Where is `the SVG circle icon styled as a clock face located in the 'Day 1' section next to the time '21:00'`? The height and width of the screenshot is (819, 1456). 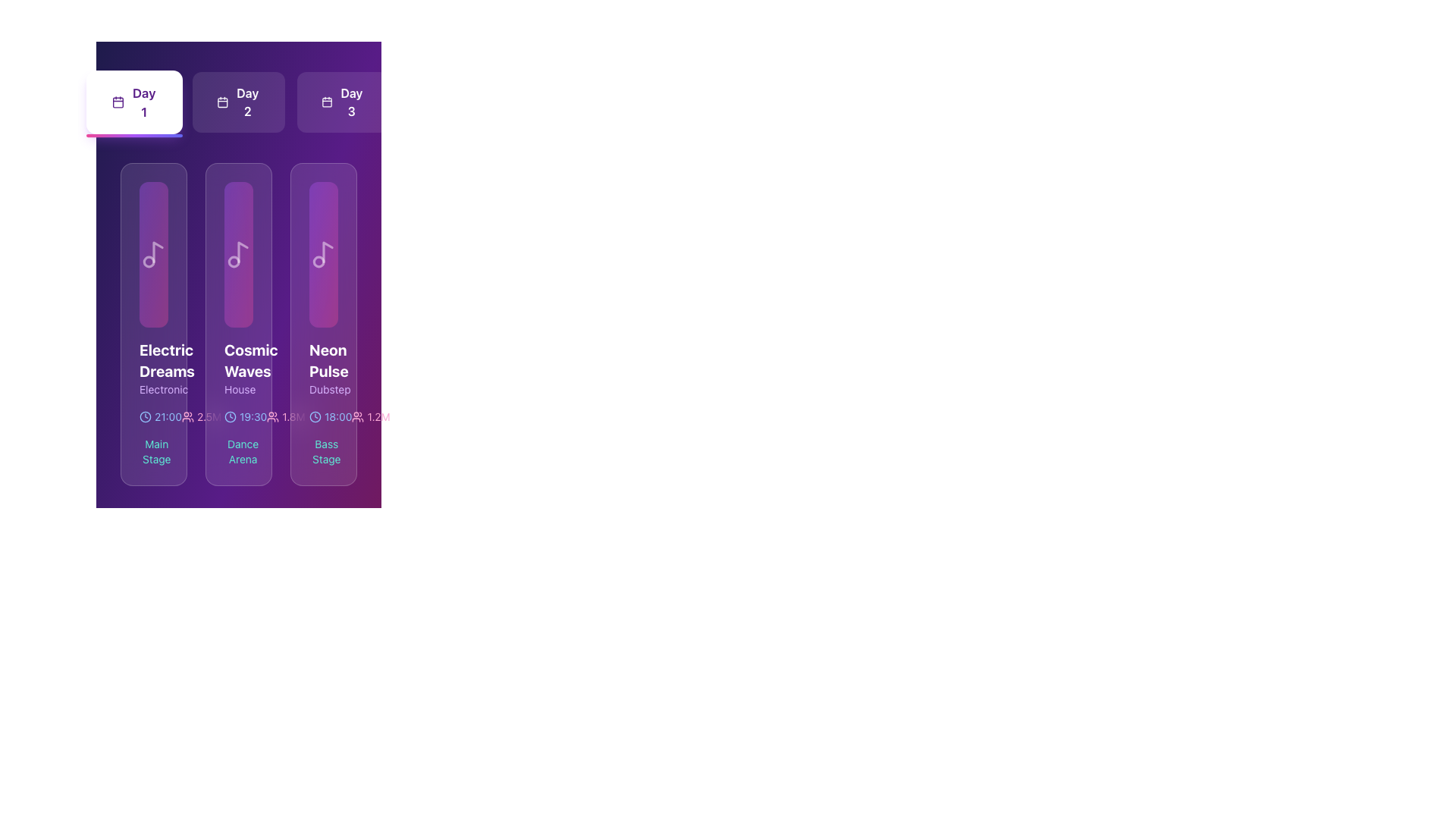
the SVG circle icon styled as a clock face located in the 'Day 1' section next to the time '21:00' is located at coordinates (146, 417).